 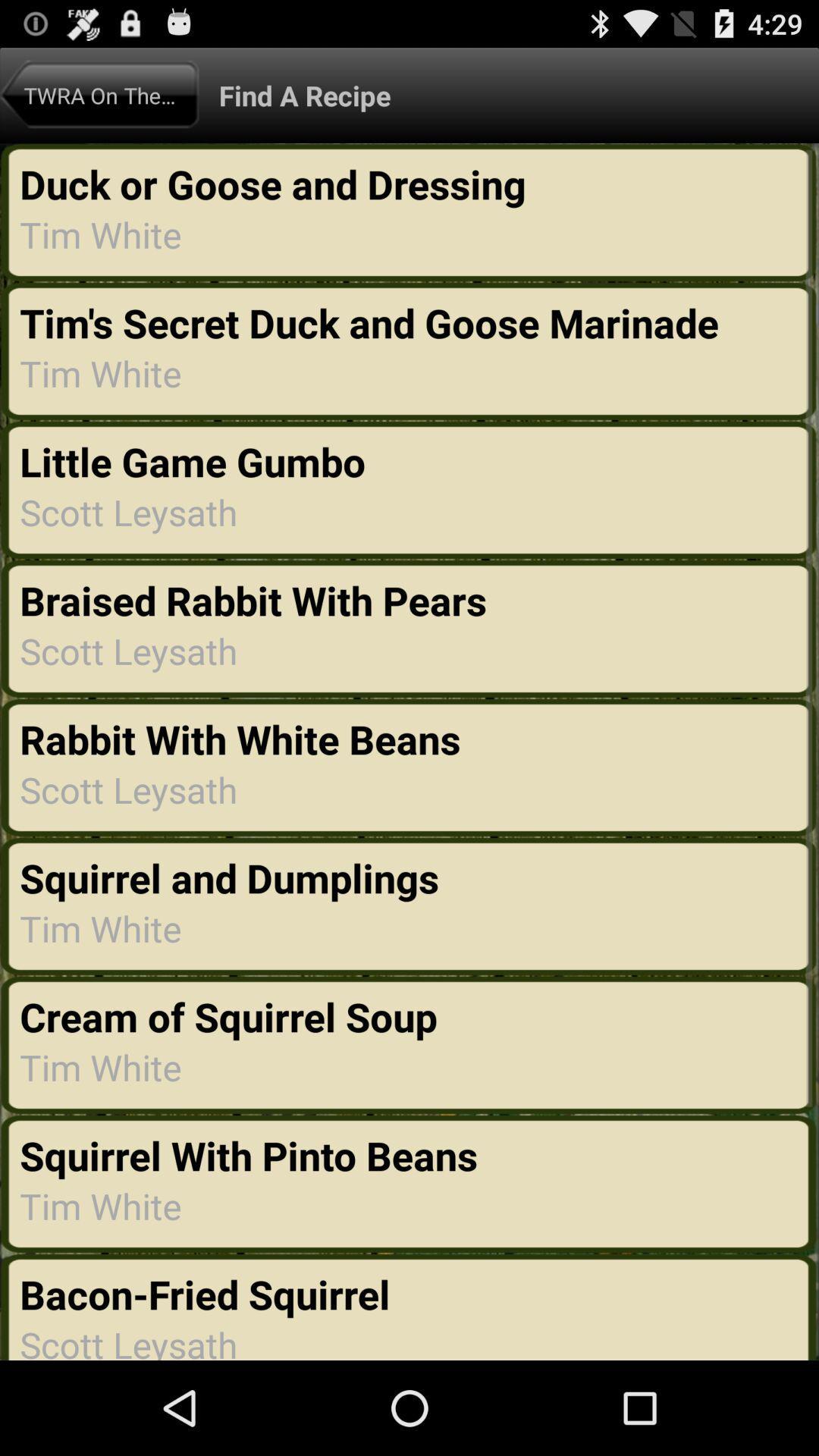 What do you see at coordinates (248, 1154) in the screenshot?
I see `the icon above tim white  item` at bounding box center [248, 1154].